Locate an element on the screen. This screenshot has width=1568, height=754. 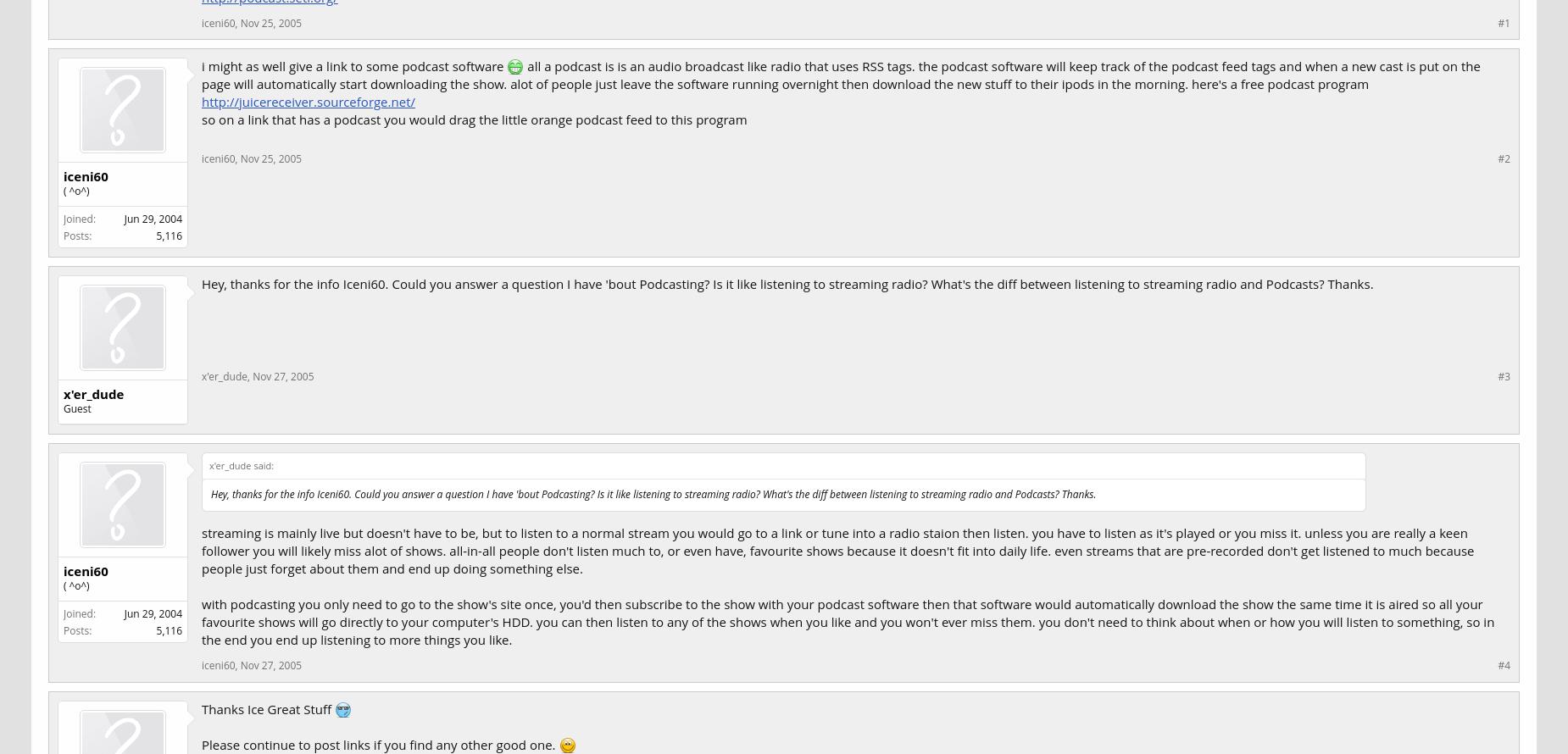
'with podcasting you only need to go to the show's site once, you'd then subscribe to the show with your podcast software then that software would automatically download the show the same time it is aired so all your favourite shows will go directly to your computer's HDD. you can then listen to any of the shows when you like and you won't ever miss them. you don't need to think about when or how you will listen to something, so in the end you end up listening to more things you like.' is located at coordinates (847, 620).